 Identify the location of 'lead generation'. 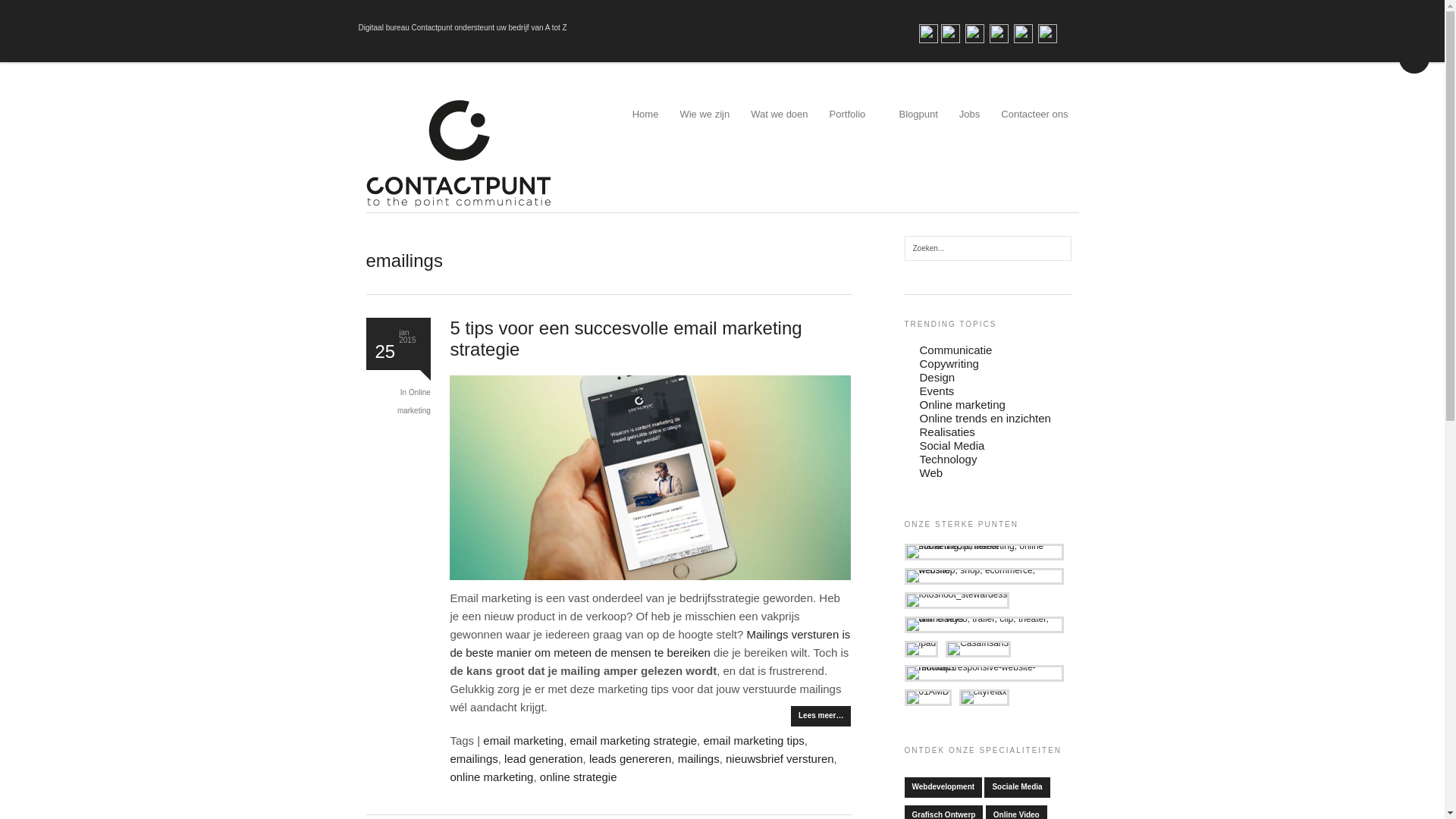
(543, 758).